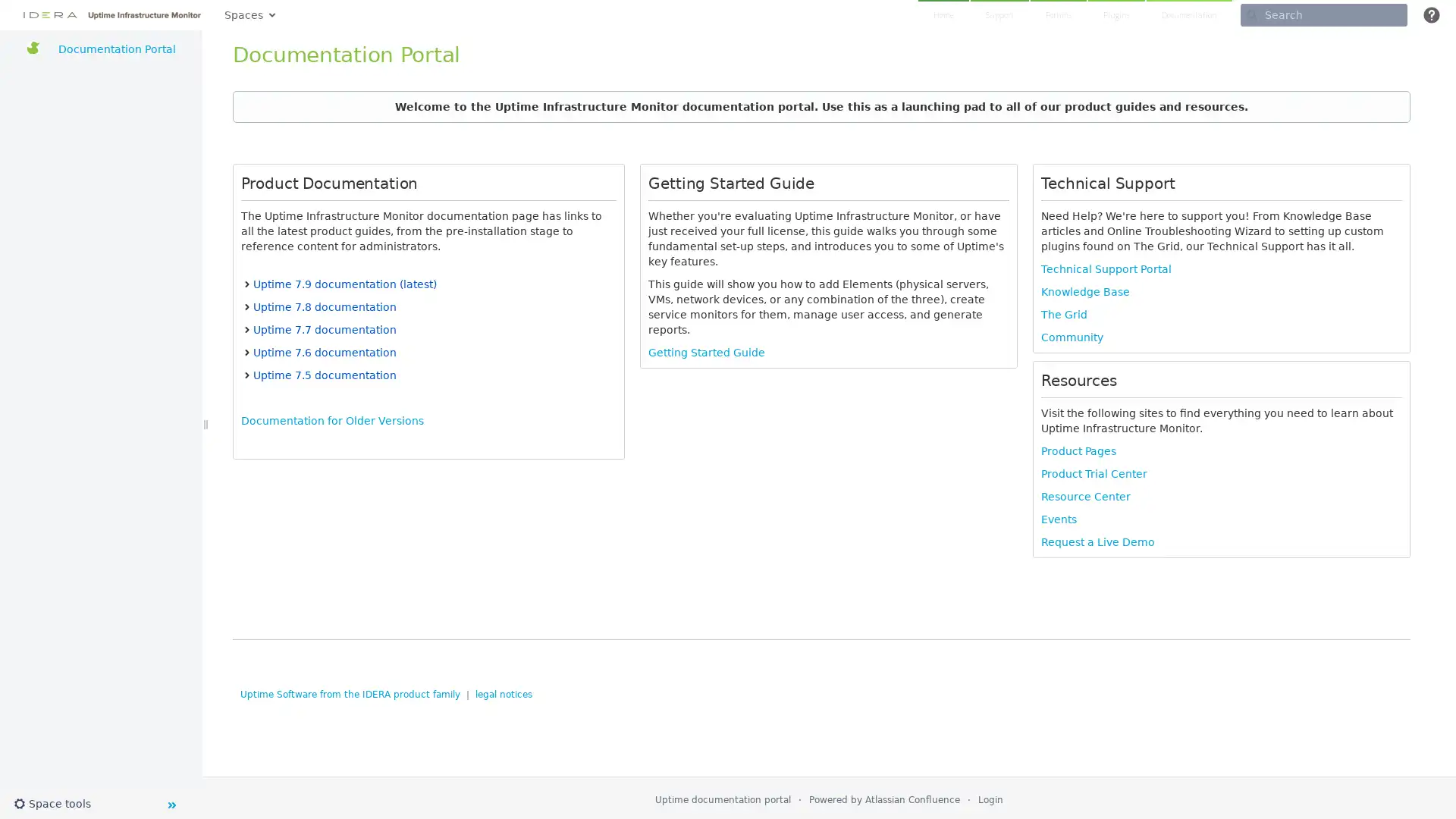 The image size is (1456, 819). I want to click on Collapse sidebar ( [ ), so click(171, 804).